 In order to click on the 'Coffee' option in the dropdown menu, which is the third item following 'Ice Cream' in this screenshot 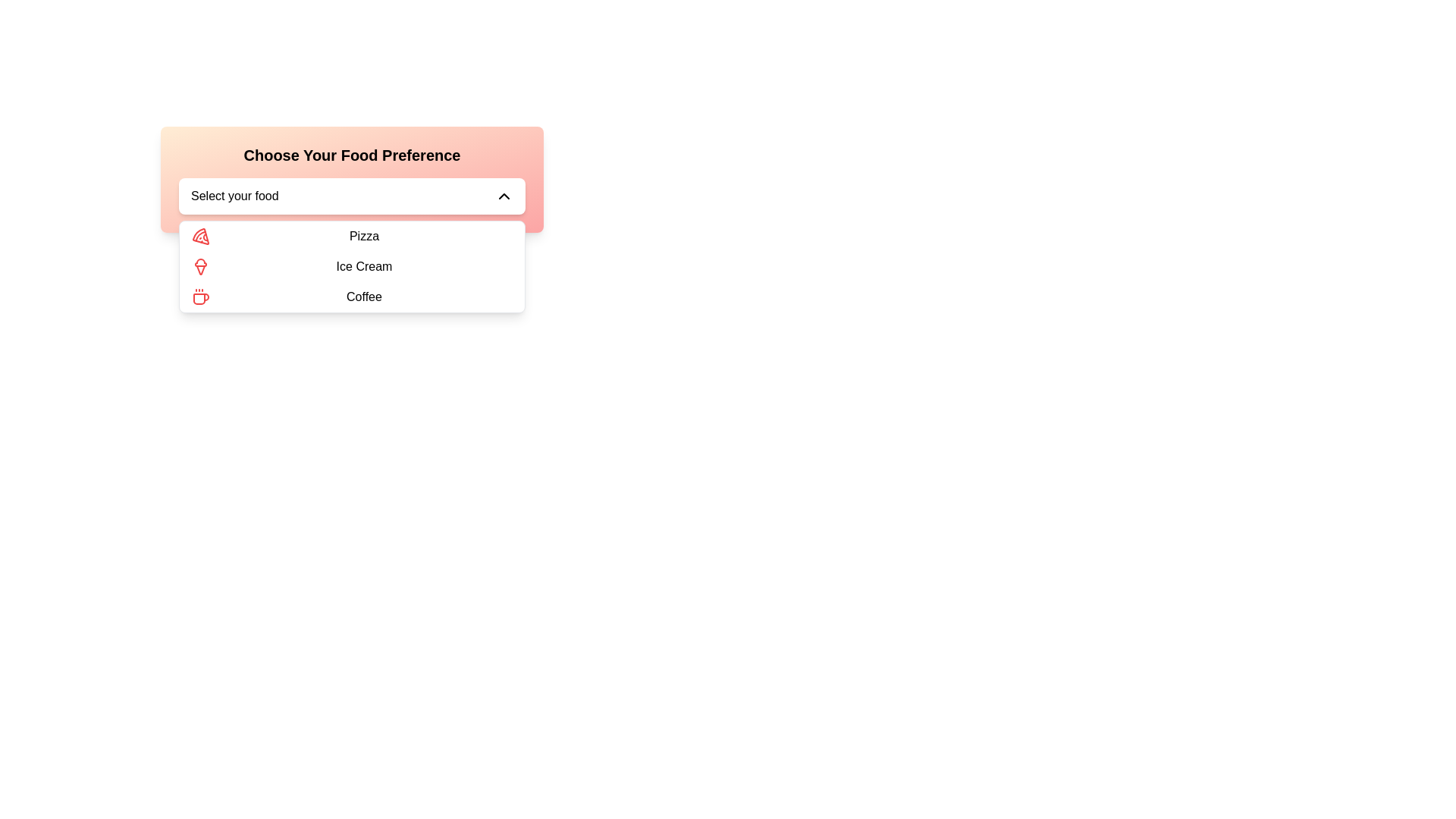, I will do `click(351, 297)`.